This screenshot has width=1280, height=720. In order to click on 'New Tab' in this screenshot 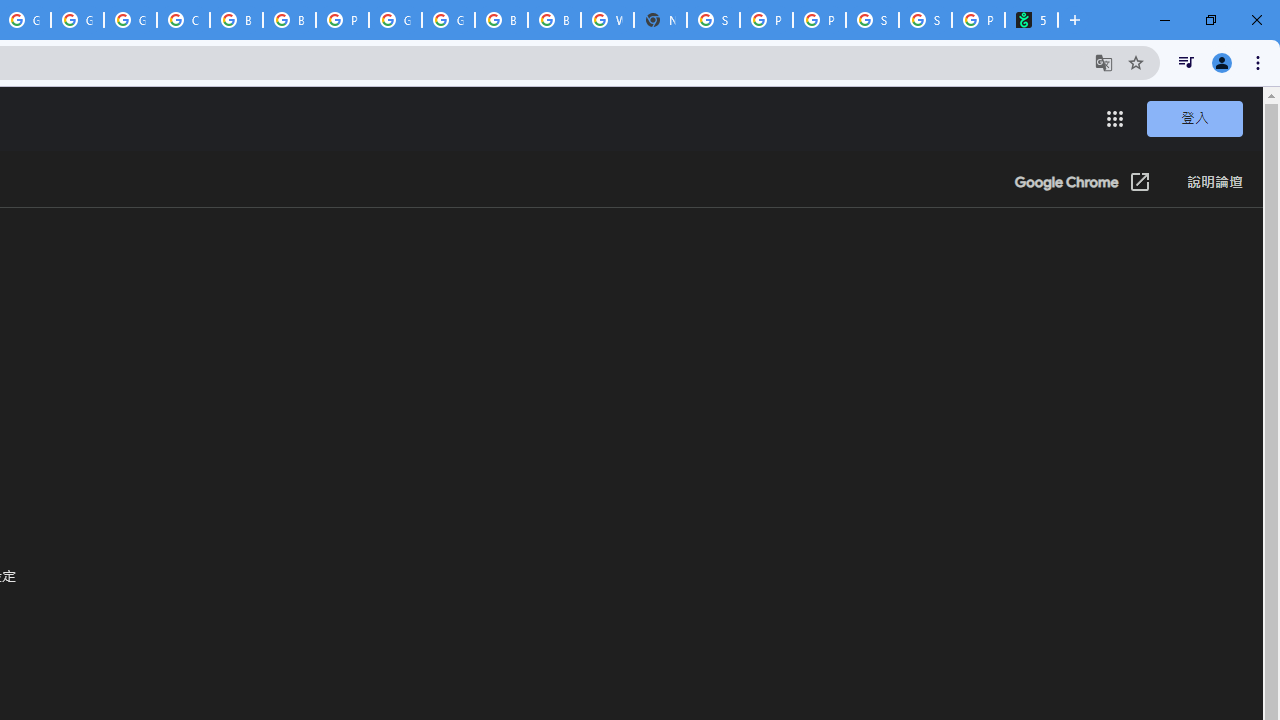, I will do `click(660, 20)`.